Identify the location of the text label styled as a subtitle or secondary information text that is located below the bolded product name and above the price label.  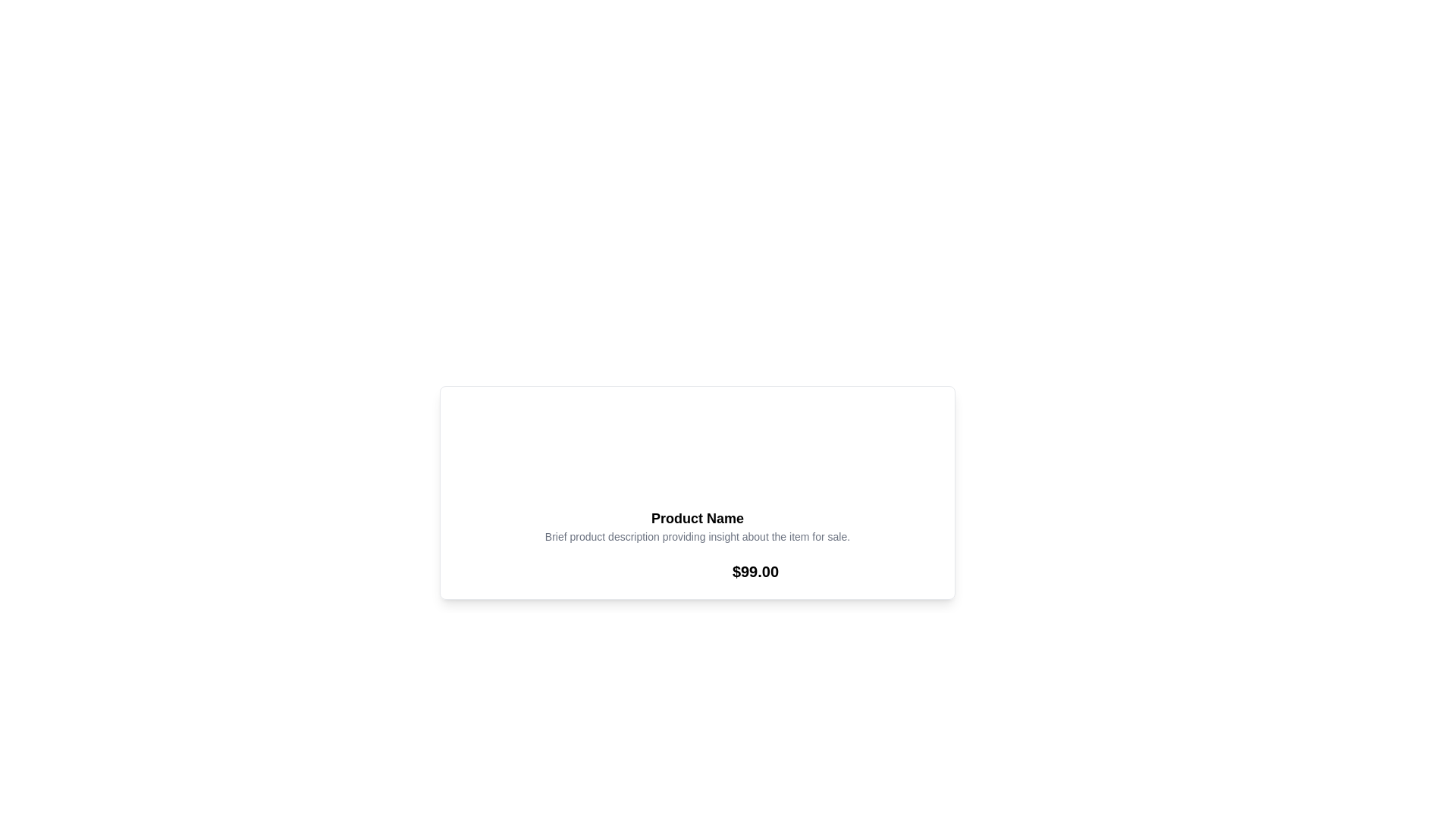
(697, 536).